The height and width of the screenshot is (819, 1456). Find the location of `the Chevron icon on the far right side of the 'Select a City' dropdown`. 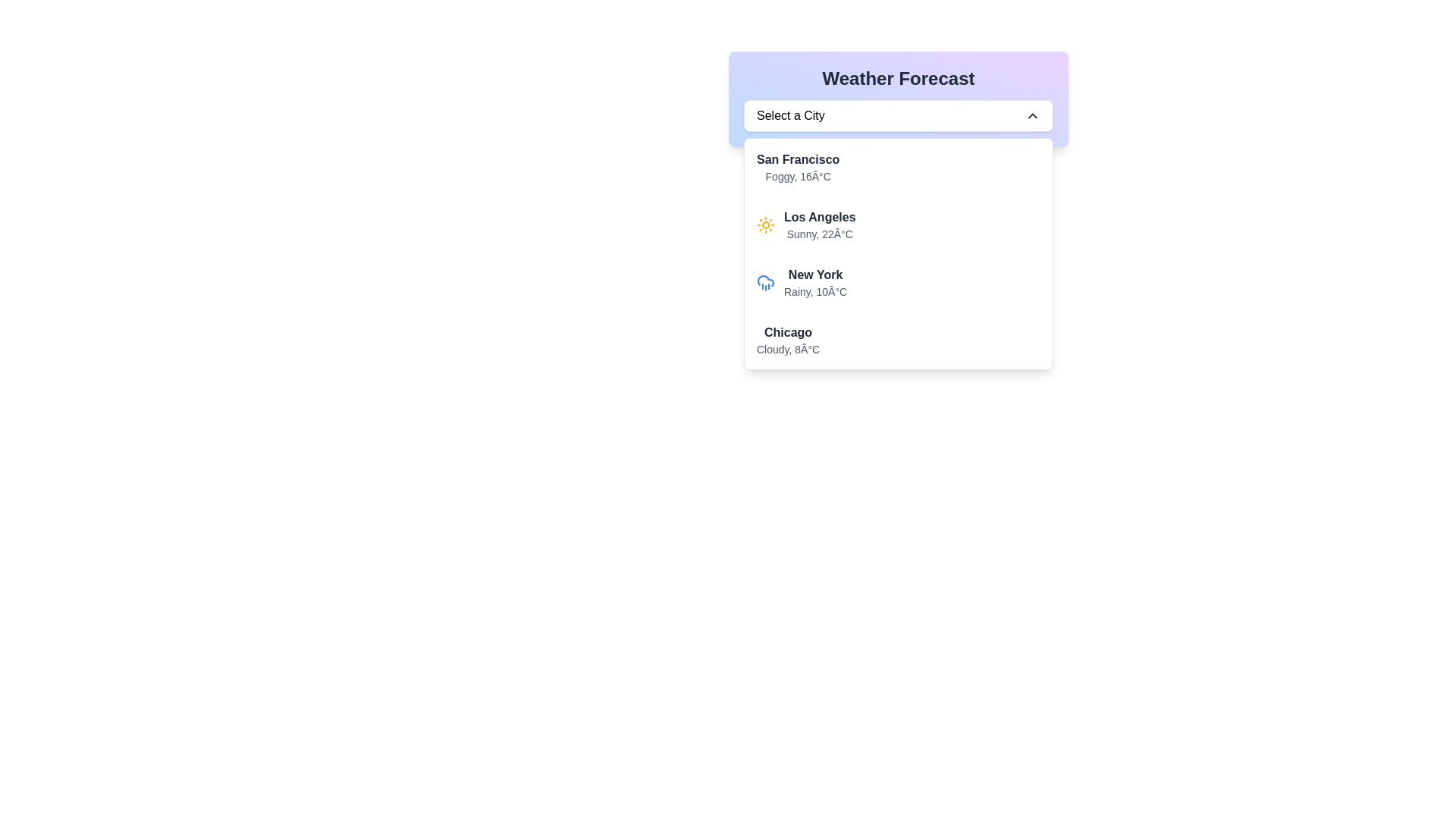

the Chevron icon on the far right side of the 'Select a City' dropdown is located at coordinates (1032, 115).